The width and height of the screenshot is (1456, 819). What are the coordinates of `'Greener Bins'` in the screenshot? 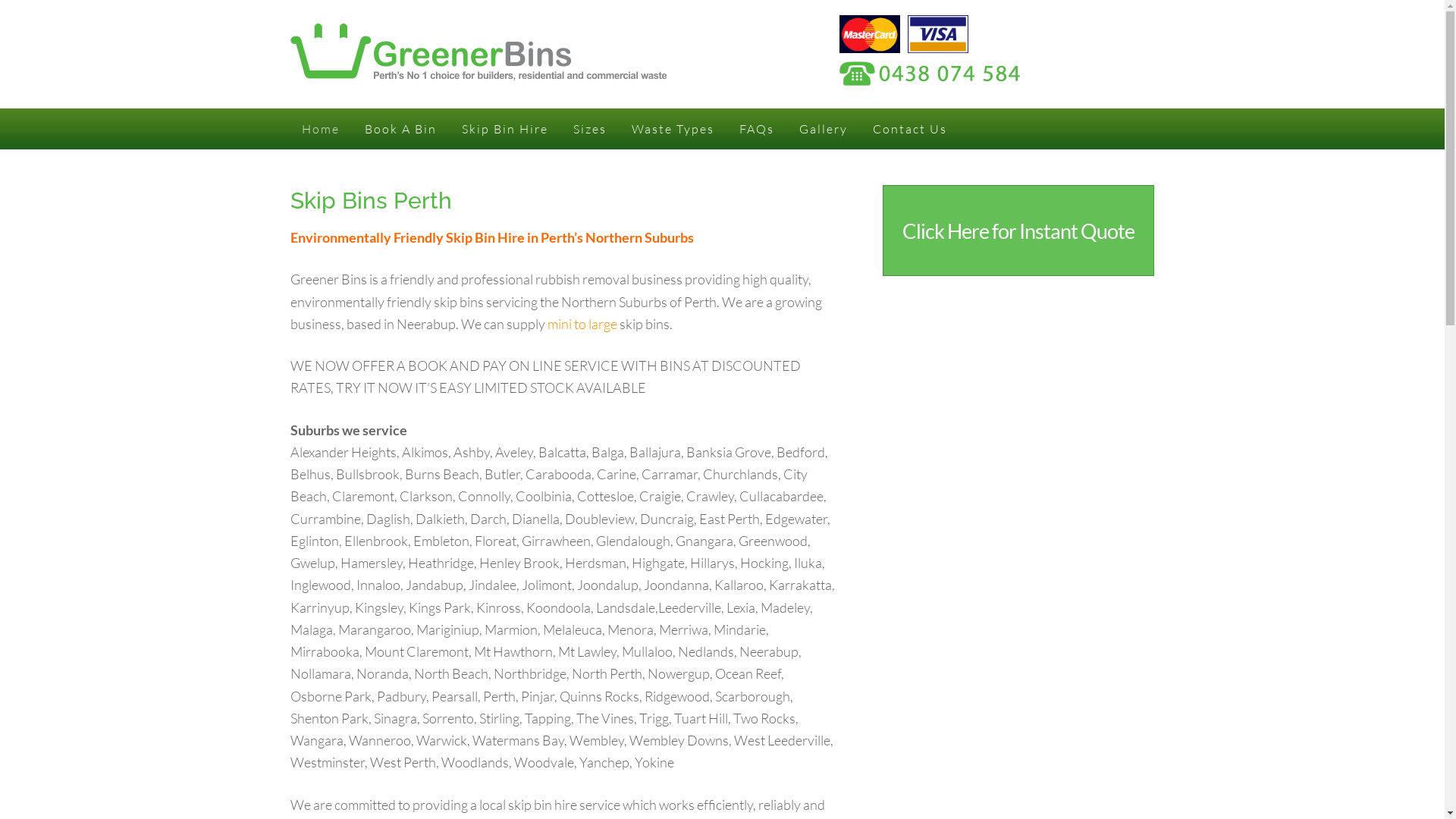 It's located at (477, 70).